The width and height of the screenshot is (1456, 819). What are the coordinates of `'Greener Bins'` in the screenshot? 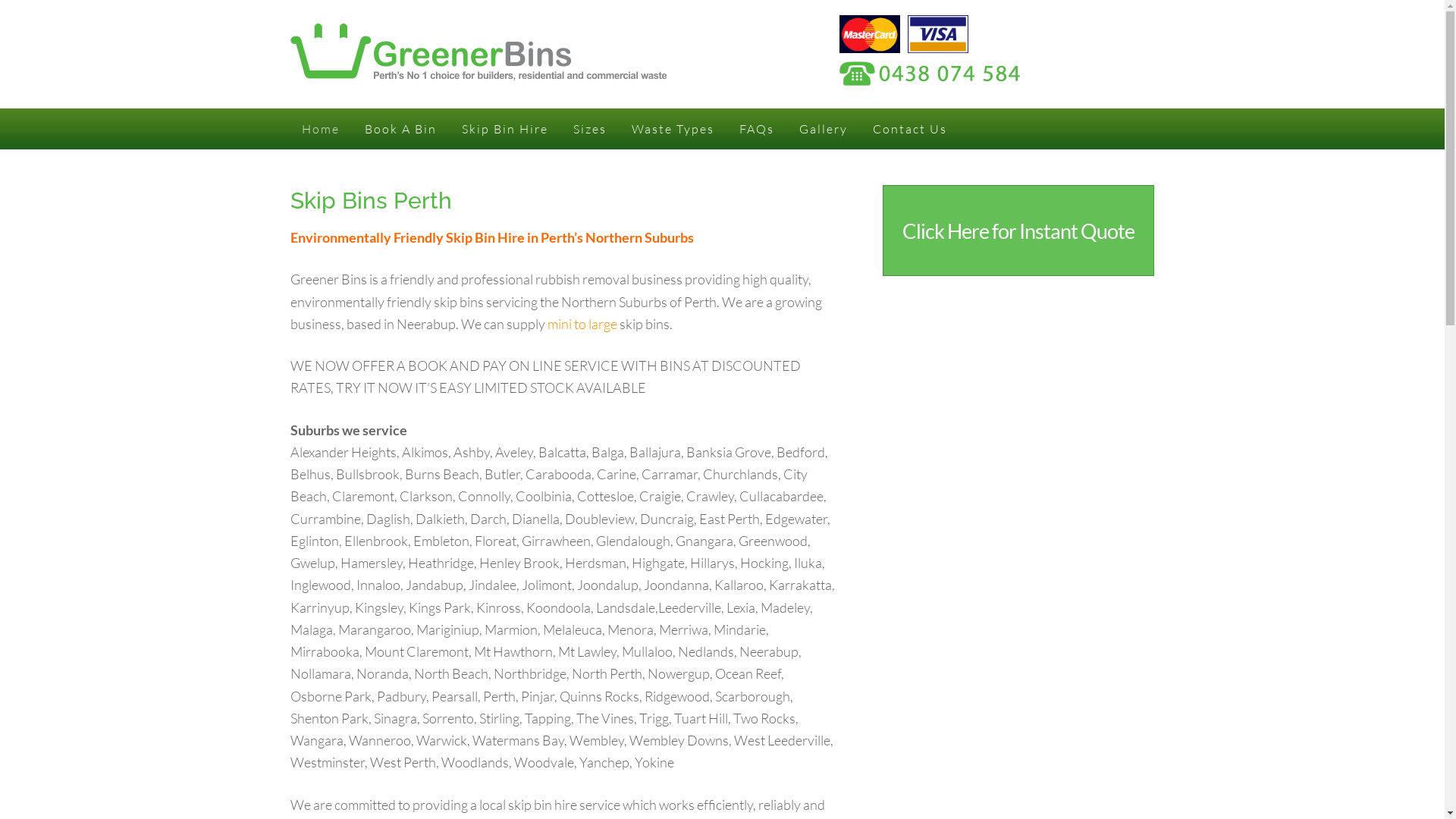 It's located at (477, 70).